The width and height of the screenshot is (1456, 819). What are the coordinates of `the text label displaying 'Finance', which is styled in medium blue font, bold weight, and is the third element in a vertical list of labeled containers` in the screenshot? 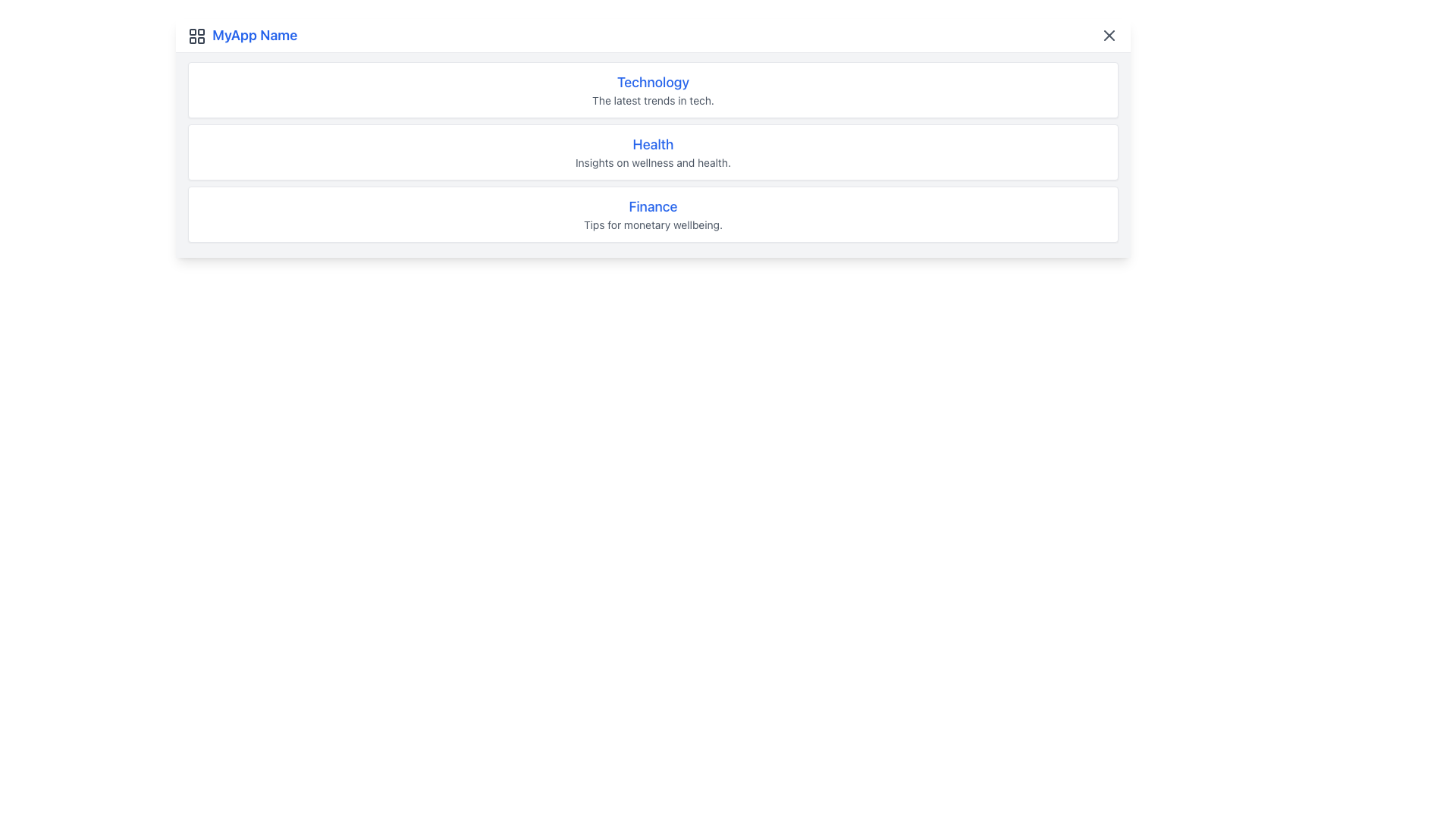 It's located at (653, 207).